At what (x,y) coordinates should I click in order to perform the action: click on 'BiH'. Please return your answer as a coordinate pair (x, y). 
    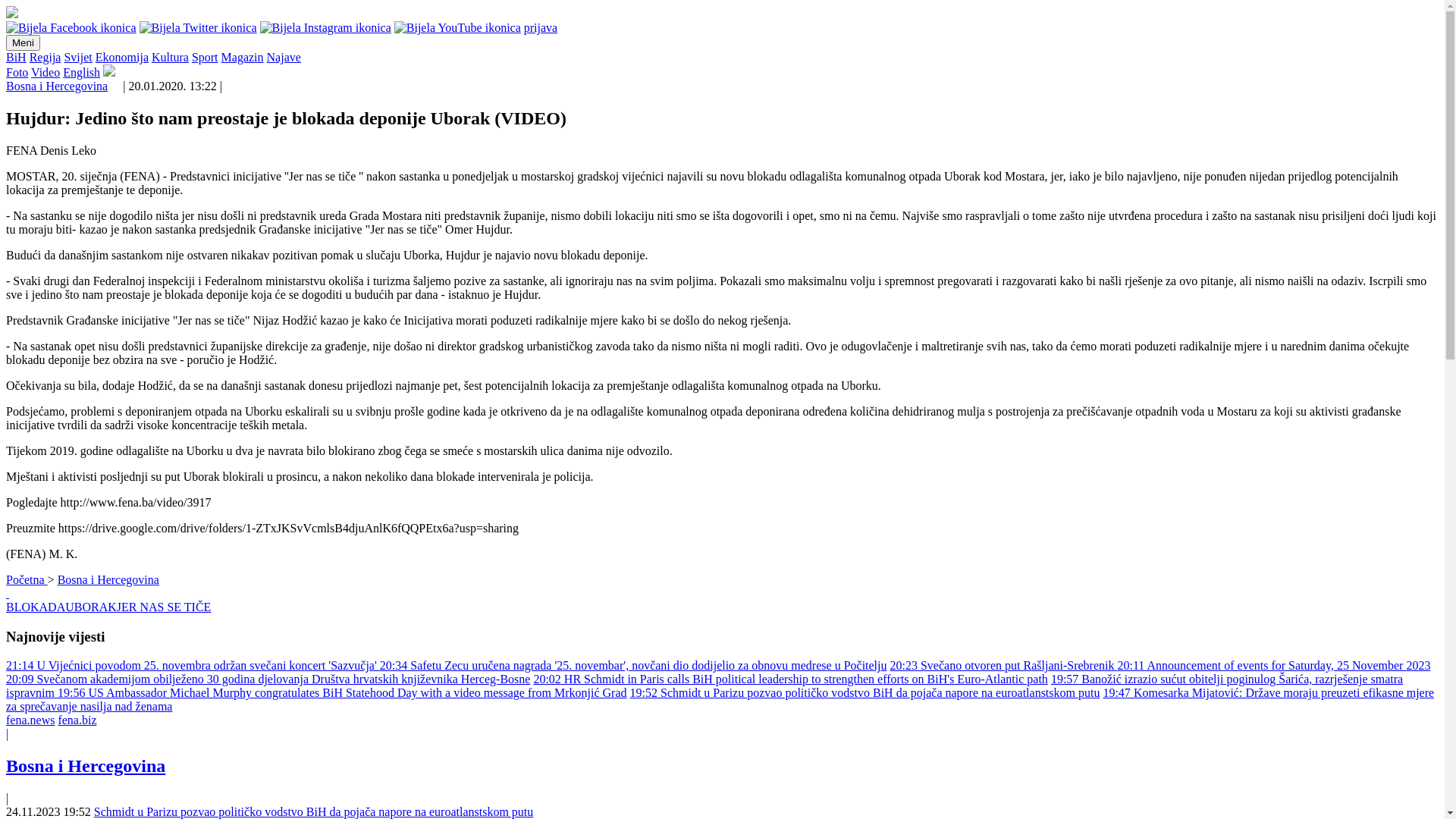
    Looking at the image, I should click on (16, 56).